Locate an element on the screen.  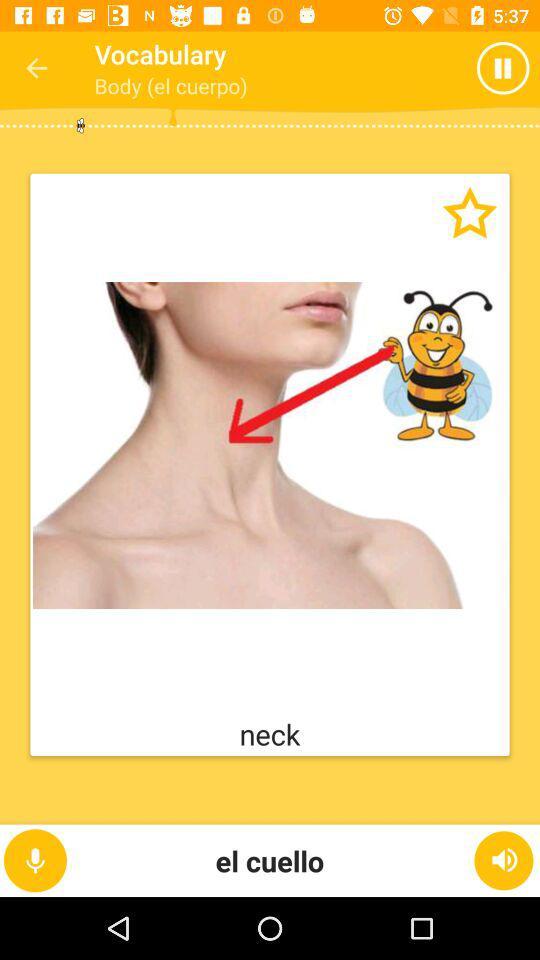
the item above the neck icon is located at coordinates (270, 445).